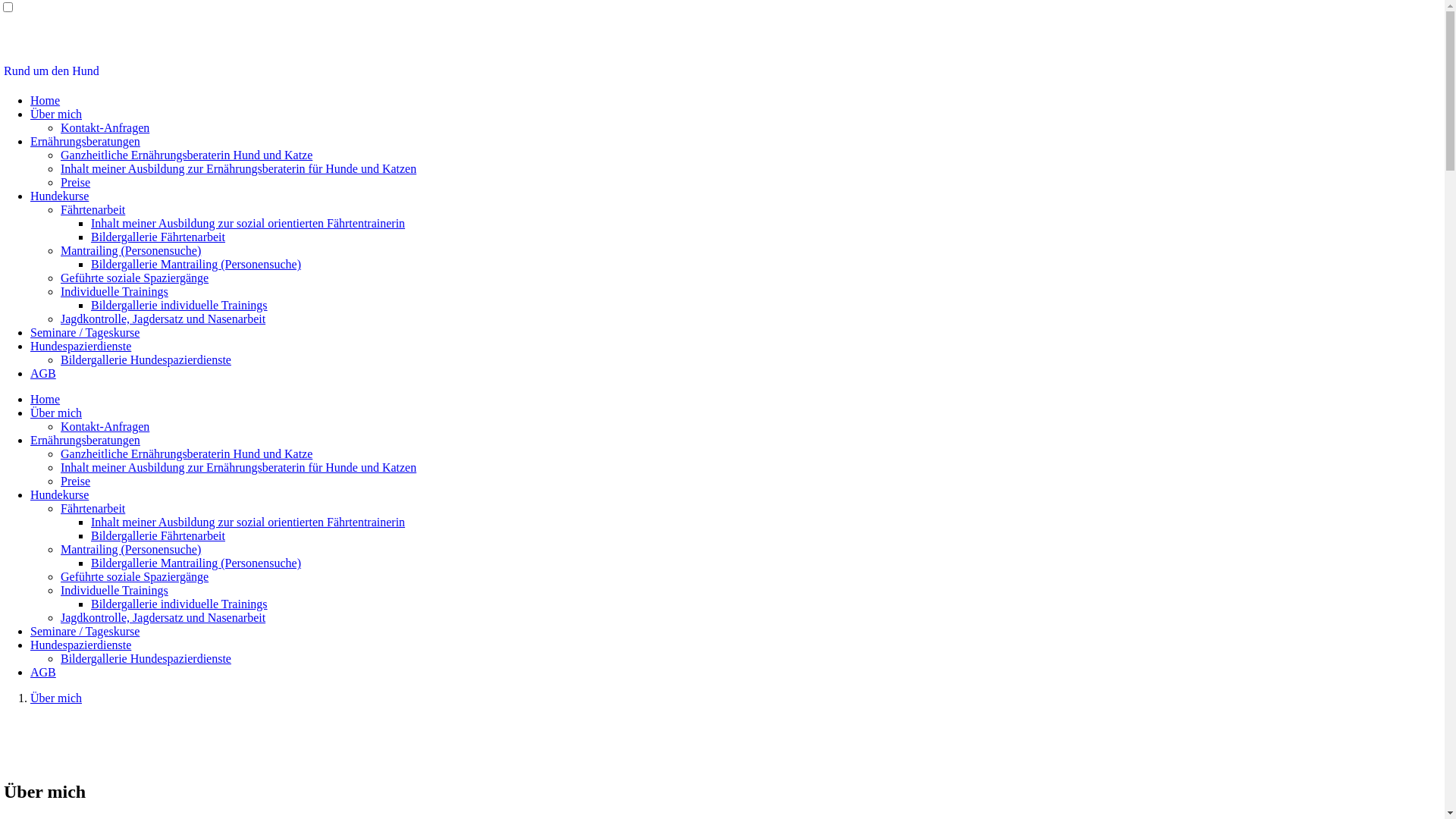 This screenshot has width=1456, height=819. I want to click on 'Seminare / Tageskurse', so click(30, 331).